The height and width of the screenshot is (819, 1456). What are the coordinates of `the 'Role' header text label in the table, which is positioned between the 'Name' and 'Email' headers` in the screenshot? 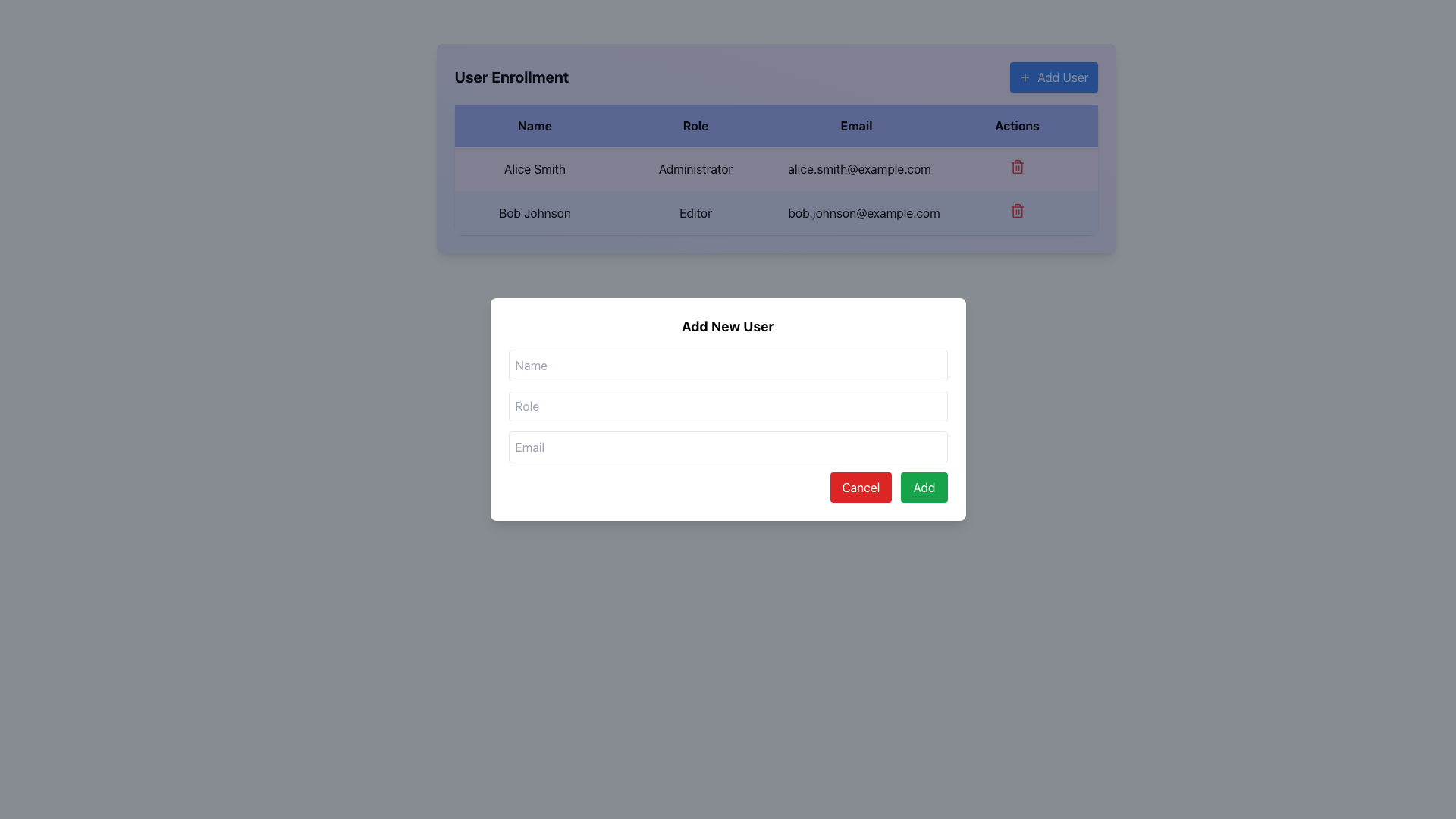 It's located at (695, 124).